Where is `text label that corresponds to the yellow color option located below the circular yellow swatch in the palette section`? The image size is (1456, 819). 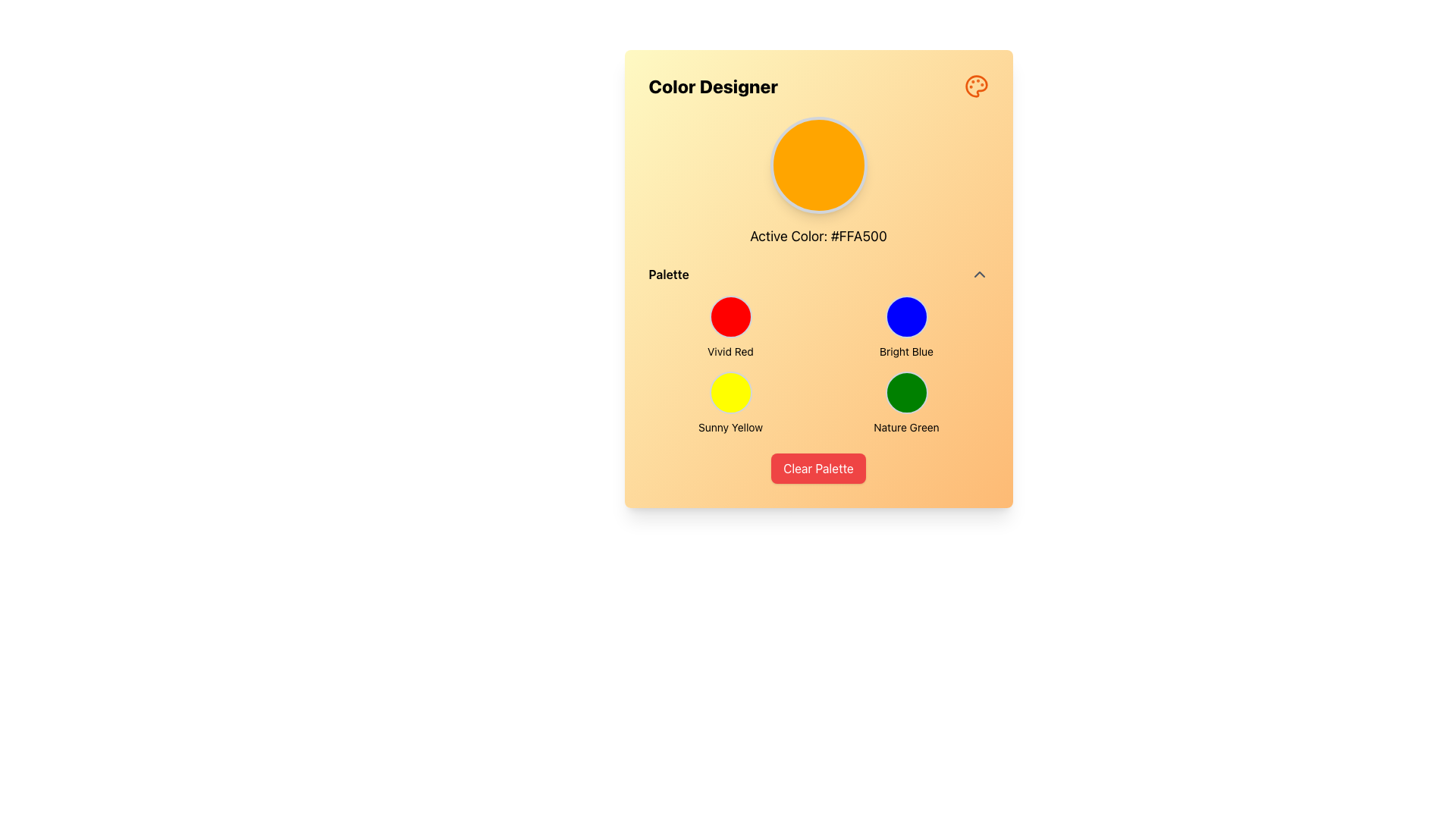 text label that corresponds to the yellow color option located below the circular yellow swatch in the palette section is located at coordinates (730, 427).